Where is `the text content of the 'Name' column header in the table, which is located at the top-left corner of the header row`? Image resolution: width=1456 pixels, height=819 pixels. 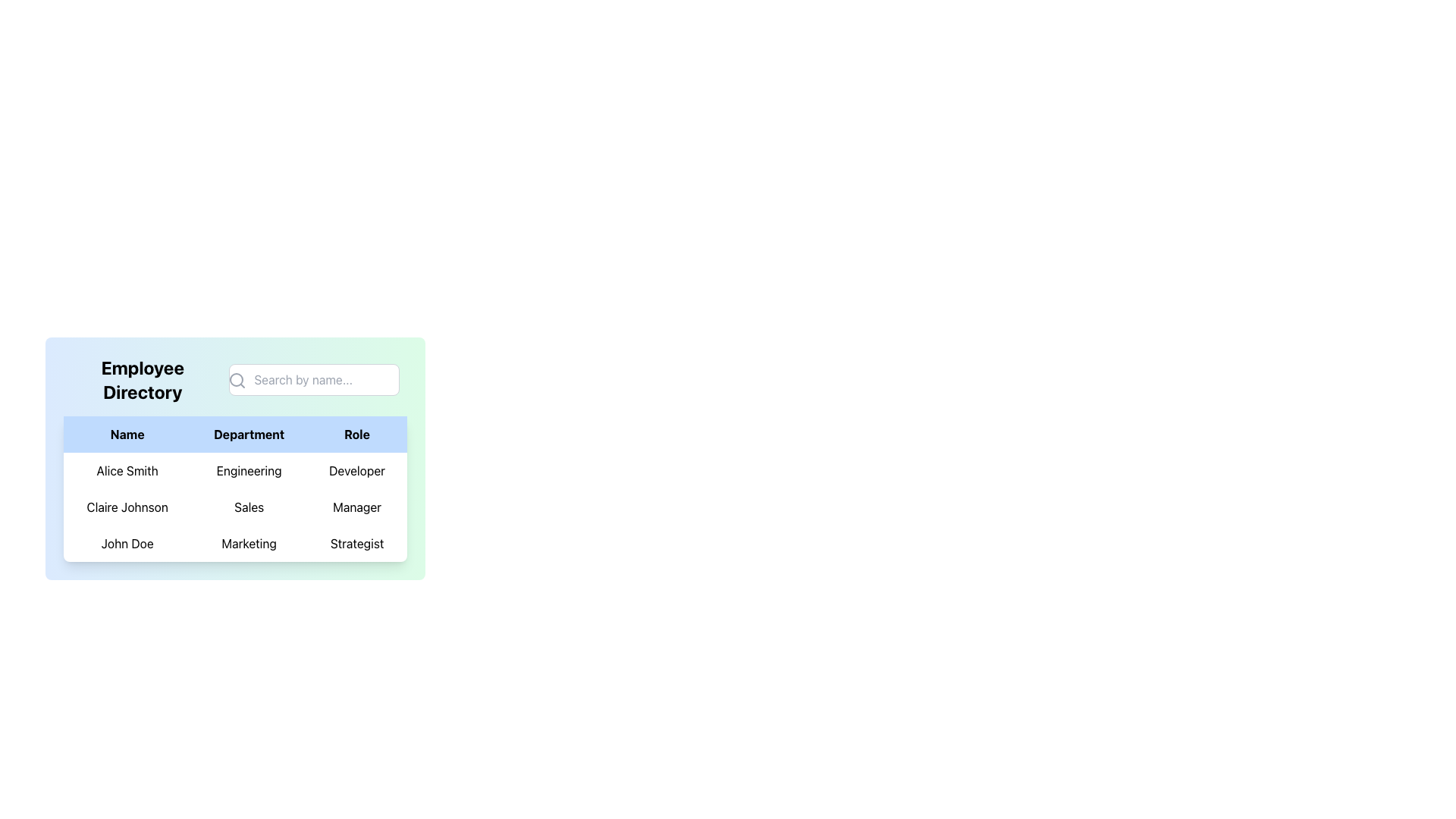 the text content of the 'Name' column header in the table, which is located at the top-left corner of the header row is located at coordinates (127, 435).